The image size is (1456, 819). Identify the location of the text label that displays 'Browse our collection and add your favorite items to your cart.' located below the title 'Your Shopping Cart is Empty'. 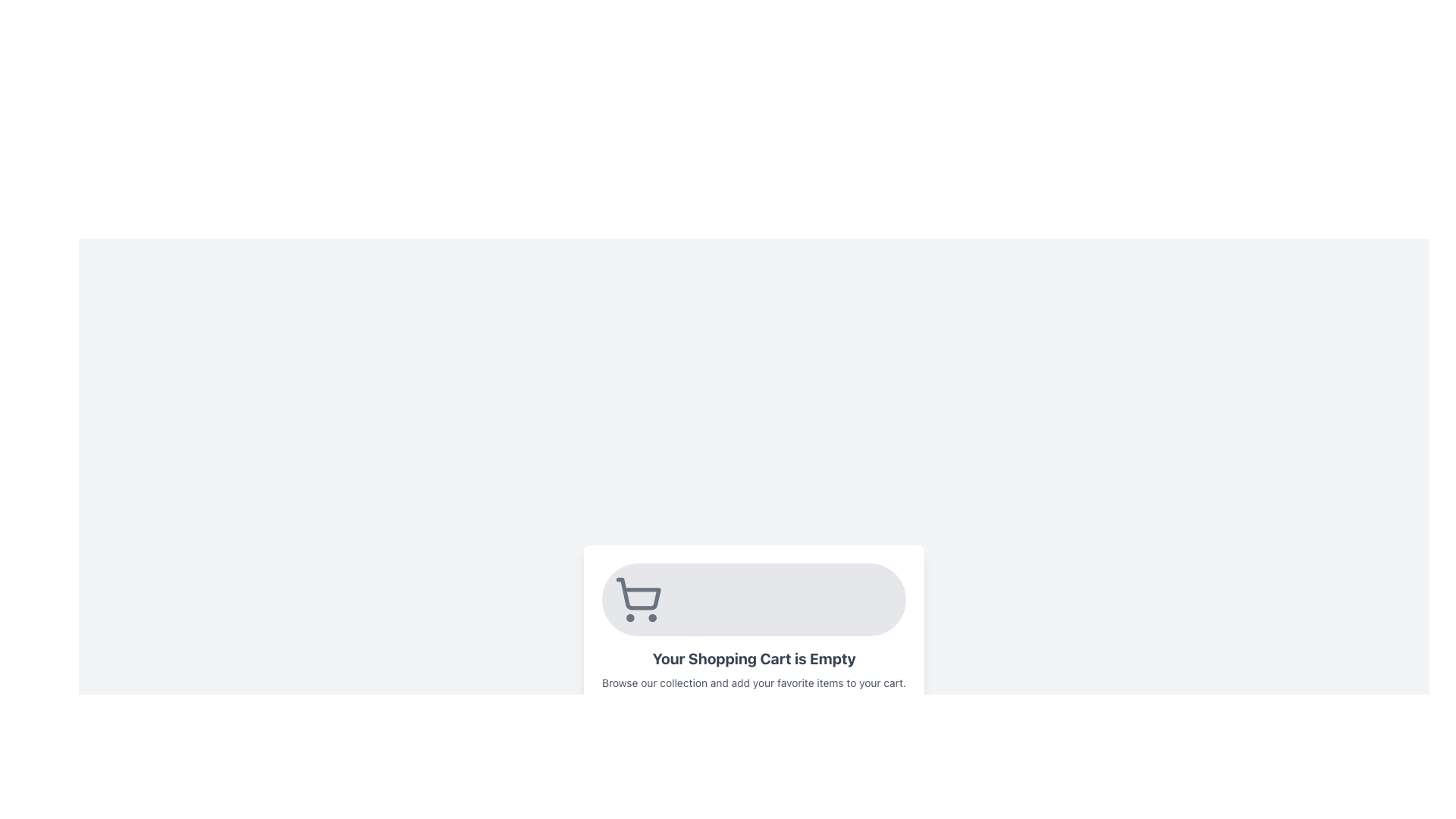
(754, 683).